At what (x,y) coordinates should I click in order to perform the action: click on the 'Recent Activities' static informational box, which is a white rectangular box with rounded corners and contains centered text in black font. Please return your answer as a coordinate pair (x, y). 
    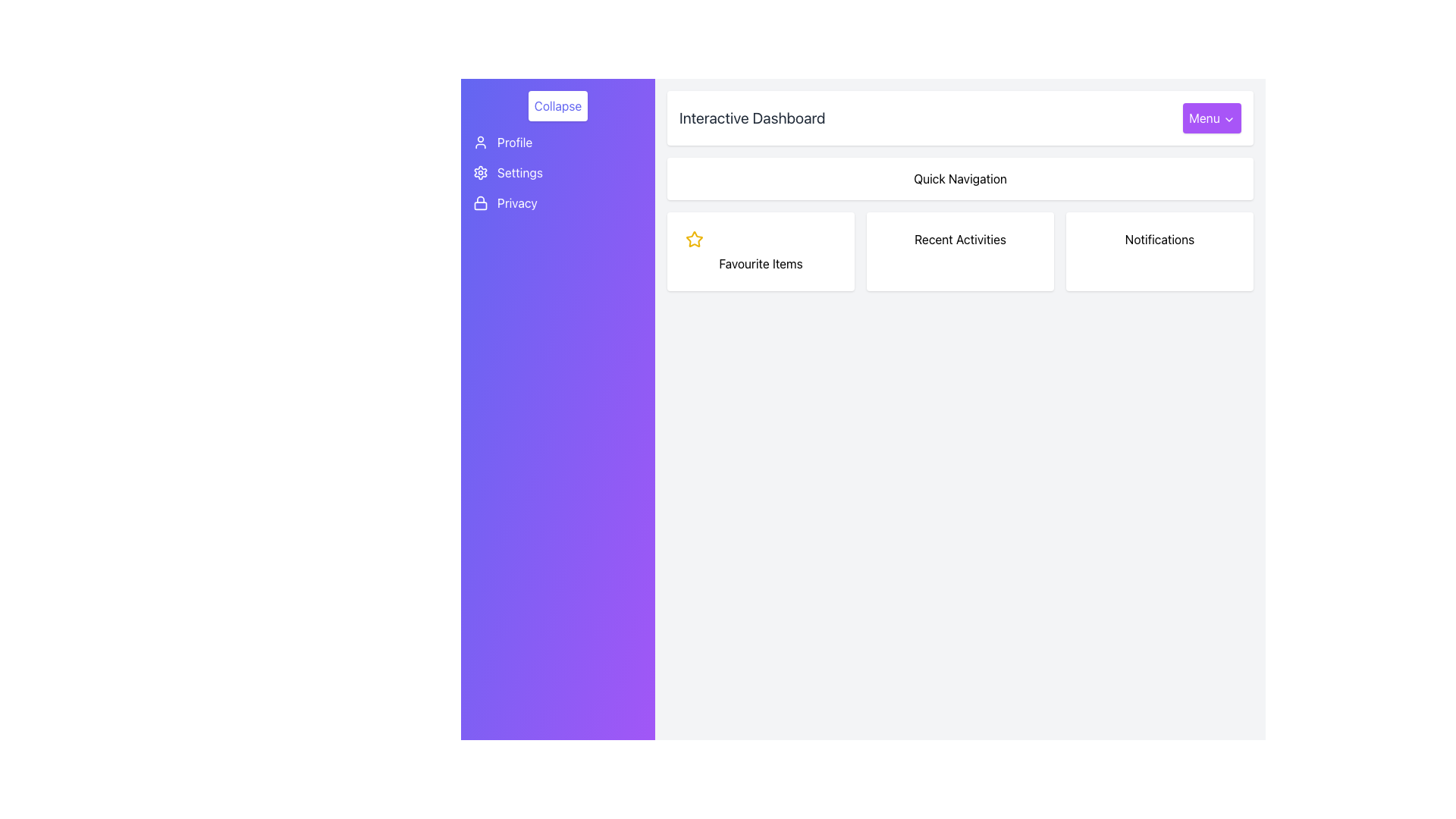
    Looking at the image, I should click on (959, 250).